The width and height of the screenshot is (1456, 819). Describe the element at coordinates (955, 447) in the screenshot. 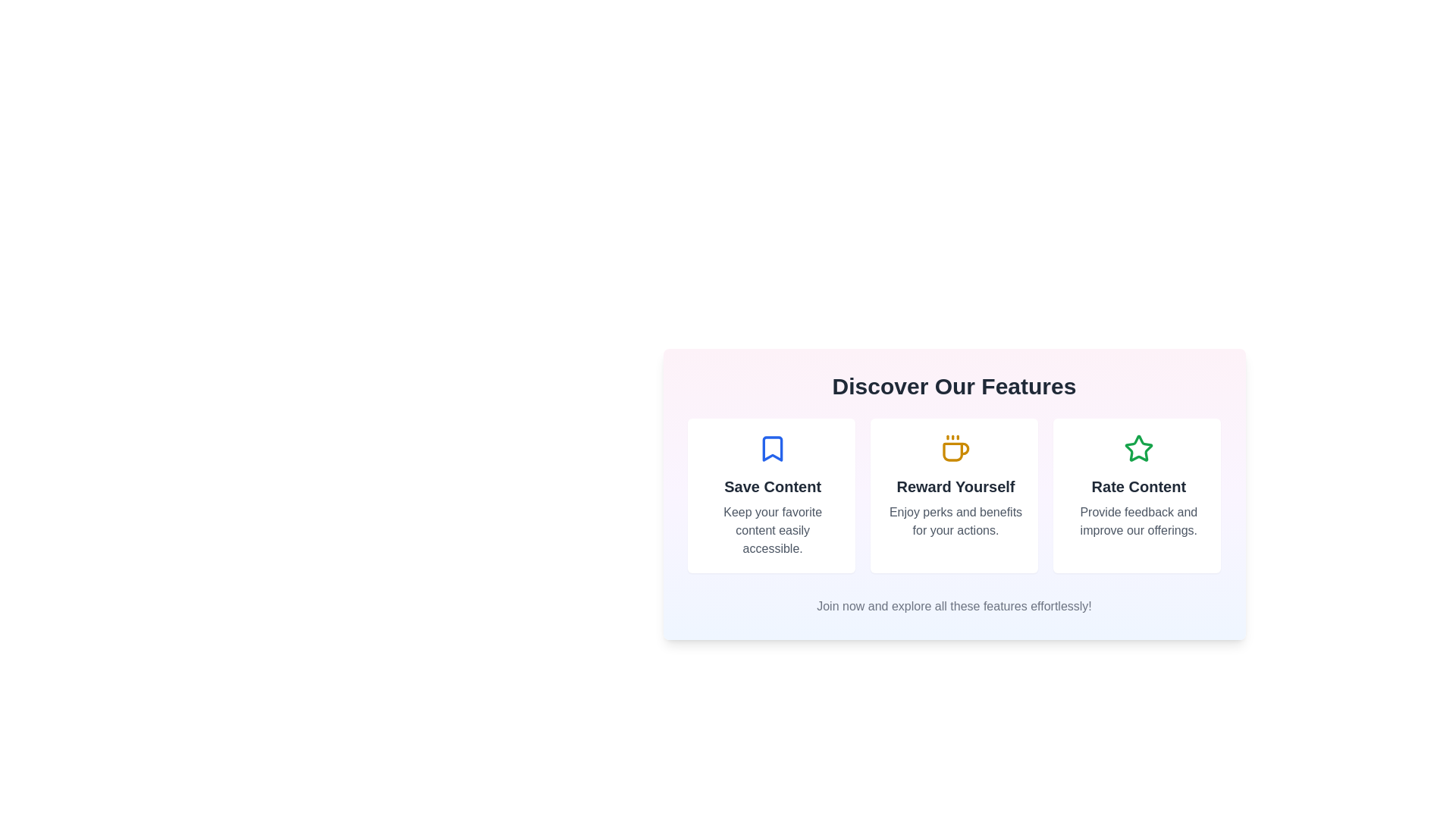

I see `the vibrant yellow coffee cup icon with steam rising, located in the second column under 'Discover Our Features', above 'Reward Yourself'` at that location.